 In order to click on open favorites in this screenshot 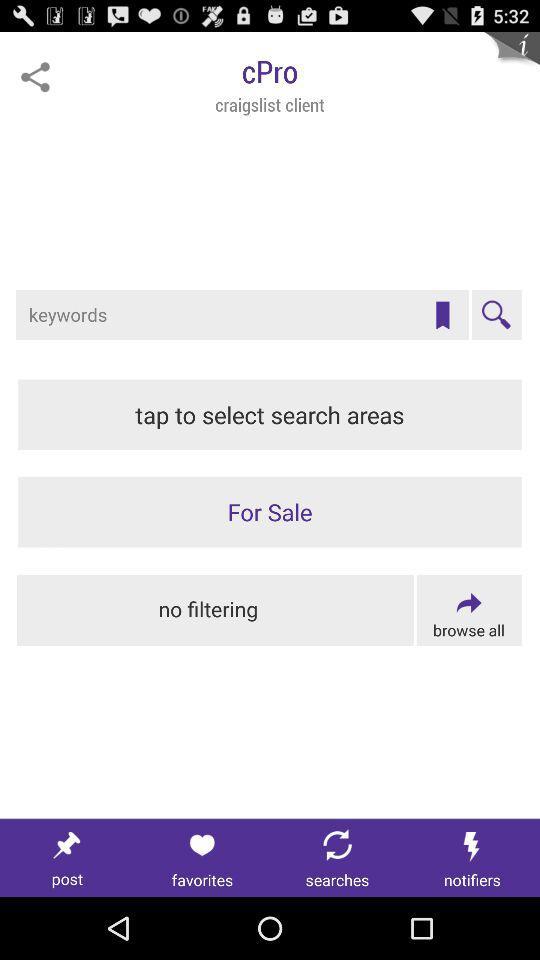, I will do `click(202, 857)`.